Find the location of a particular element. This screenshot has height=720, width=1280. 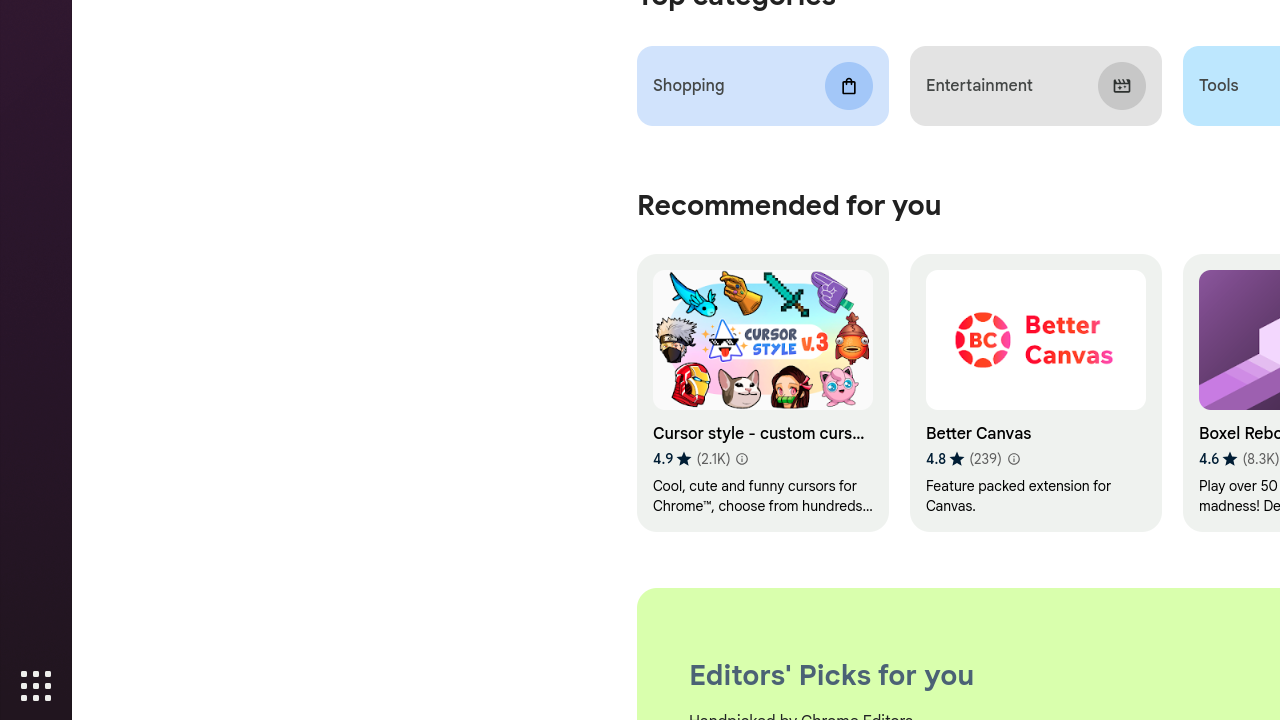

'Show Applications' is located at coordinates (35, 685).